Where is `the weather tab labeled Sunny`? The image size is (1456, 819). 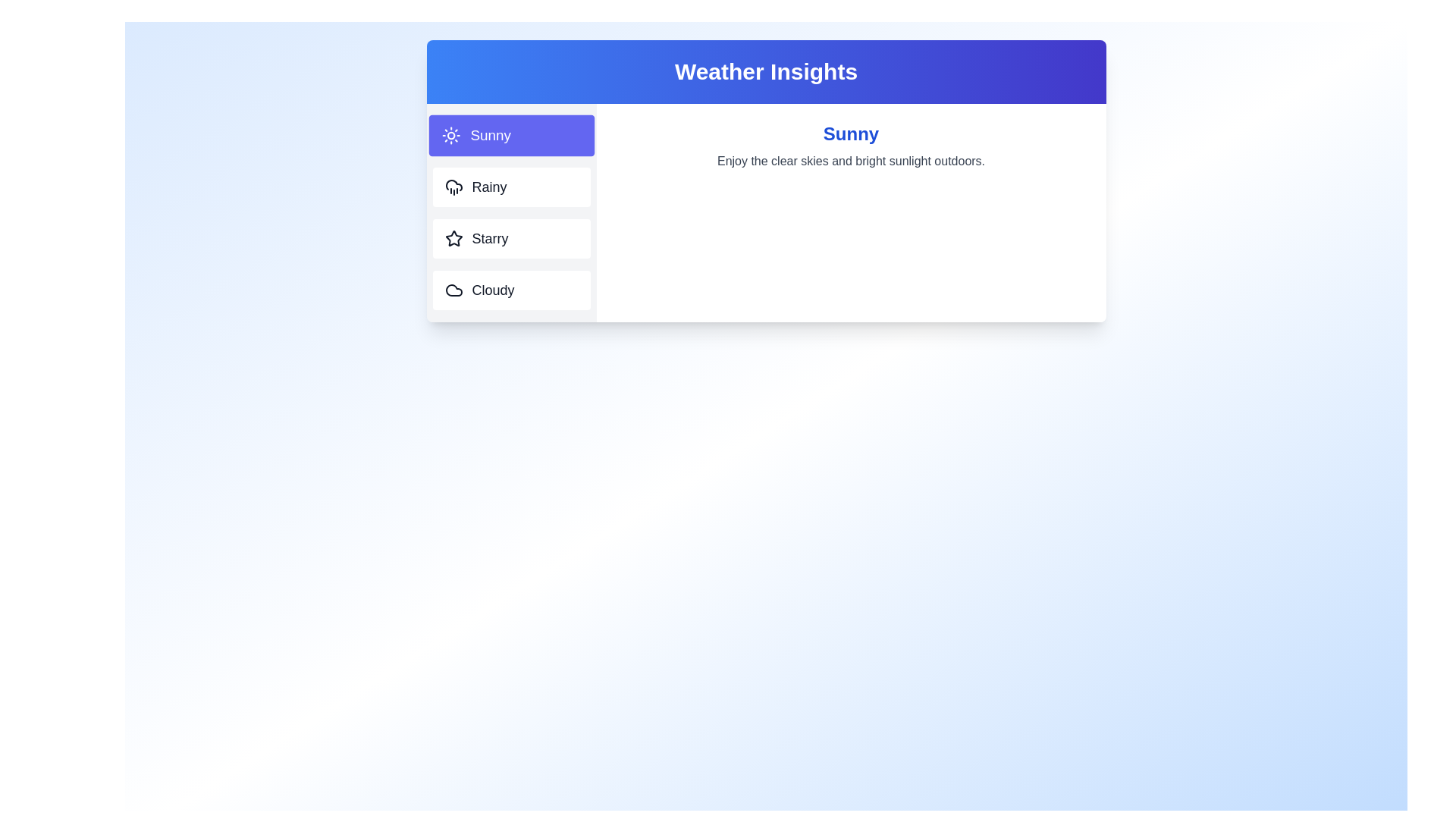
the weather tab labeled Sunny is located at coordinates (511, 134).